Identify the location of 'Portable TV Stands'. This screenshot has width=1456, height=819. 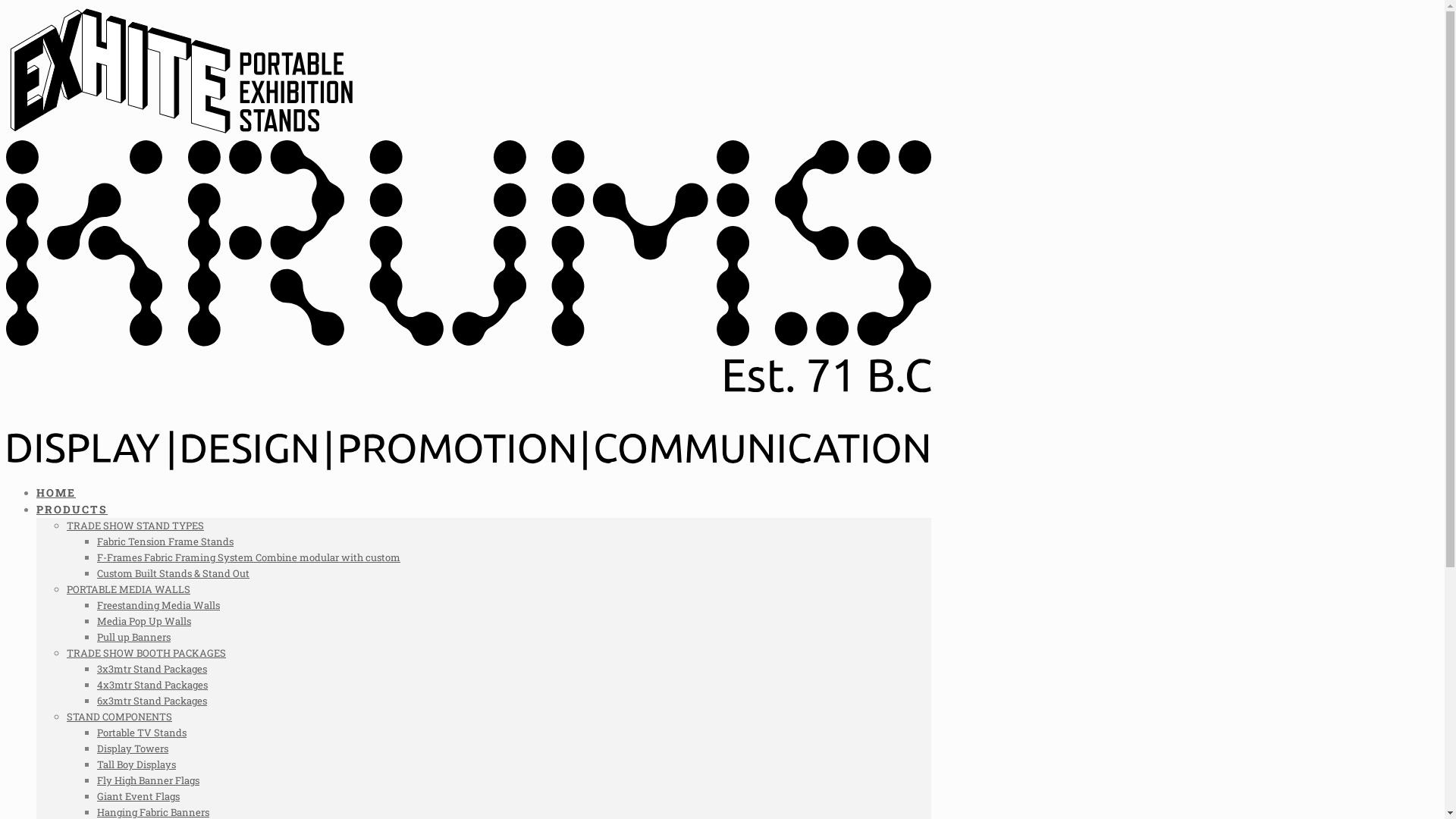
(142, 731).